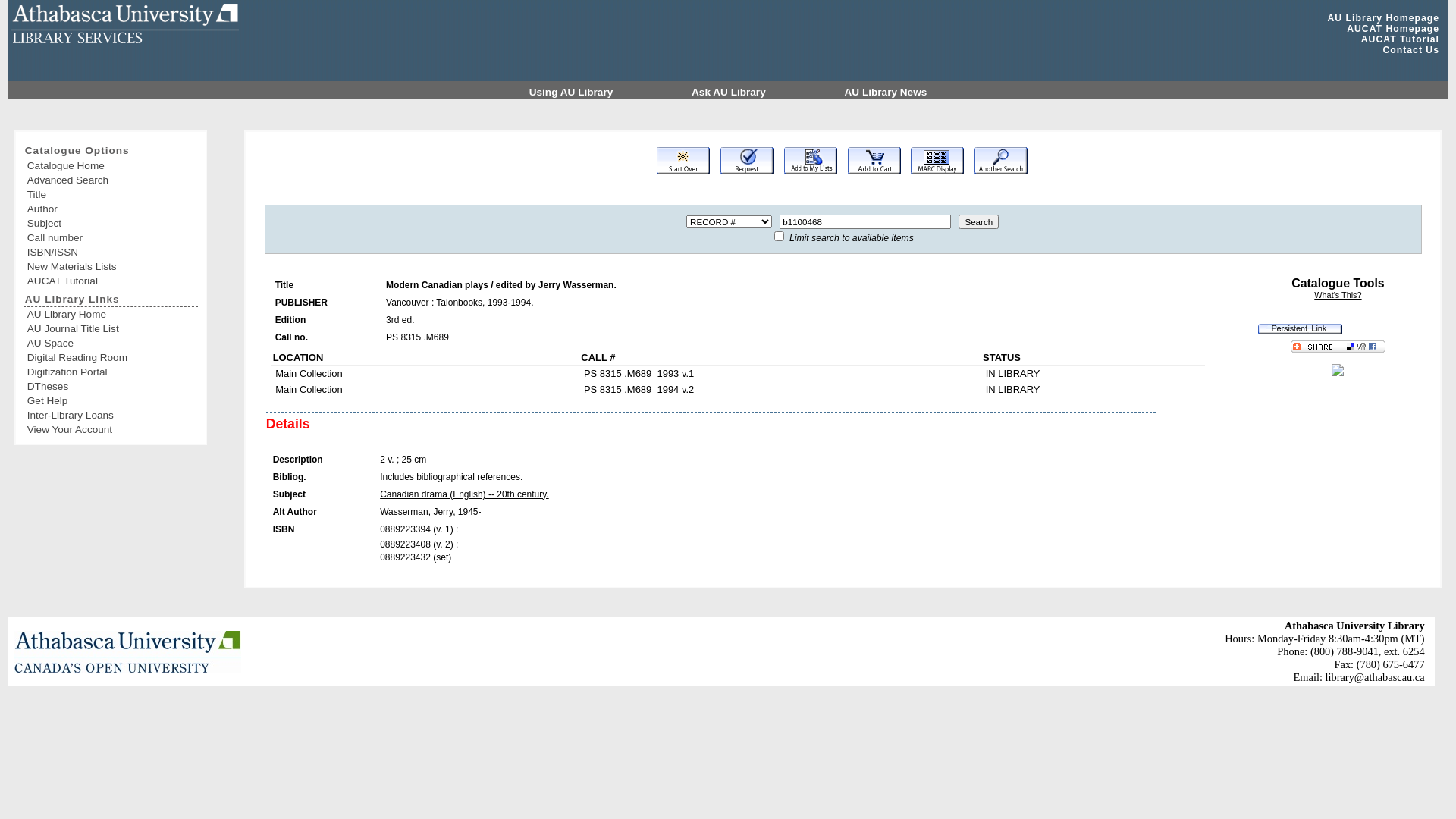 This screenshot has height=819, width=1456. What do you see at coordinates (111, 415) in the screenshot?
I see `'Inter-Library Loans'` at bounding box center [111, 415].